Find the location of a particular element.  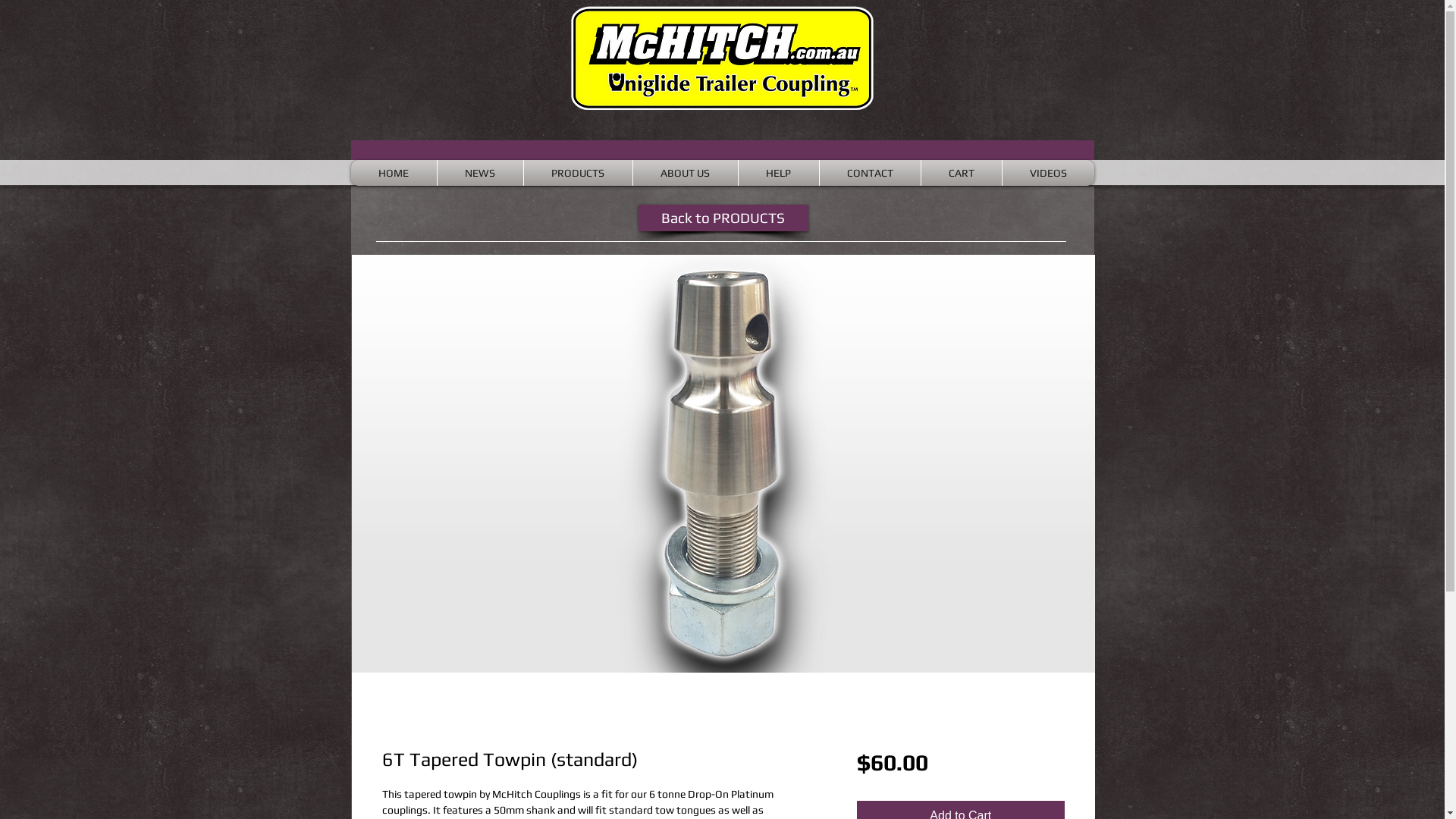

'ABOUT US' is located at coordinates (637, 171).